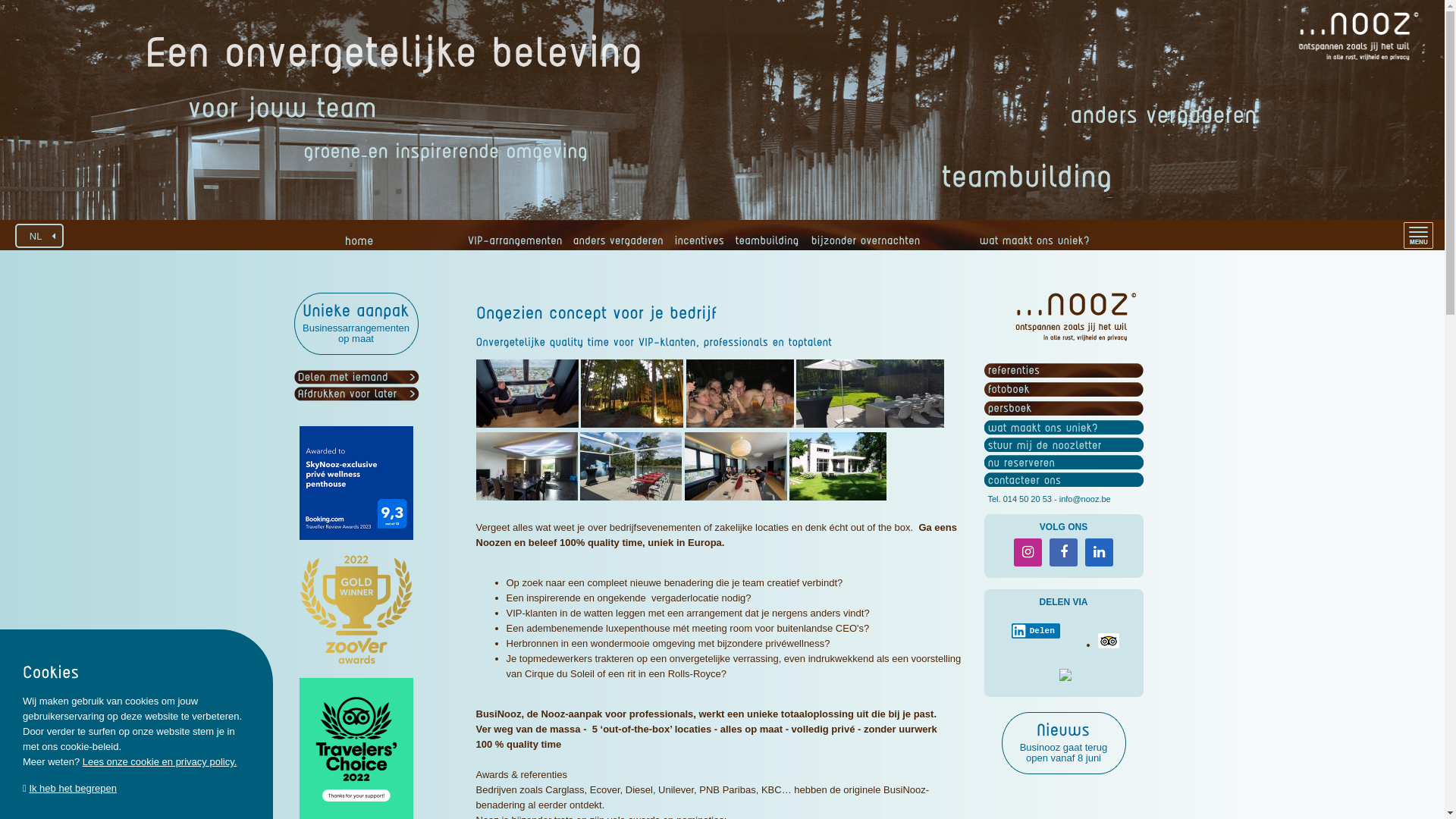 The image size is (1456, 819). I want to click on 'Facebook', so click(1062, 552).